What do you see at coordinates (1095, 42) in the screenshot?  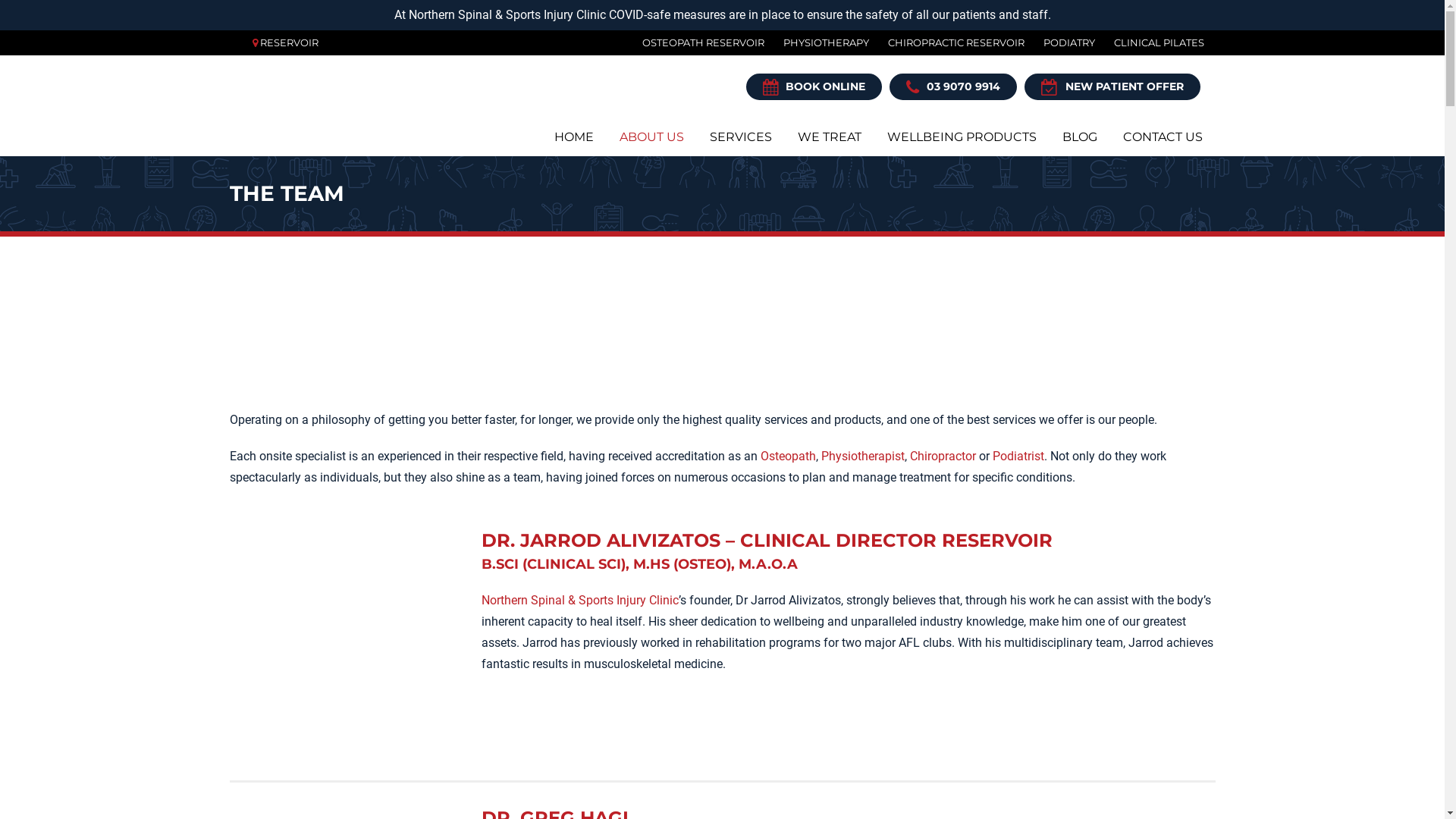 I see `'CLINICAL PILATES'` at bounding box center [1095, 42].